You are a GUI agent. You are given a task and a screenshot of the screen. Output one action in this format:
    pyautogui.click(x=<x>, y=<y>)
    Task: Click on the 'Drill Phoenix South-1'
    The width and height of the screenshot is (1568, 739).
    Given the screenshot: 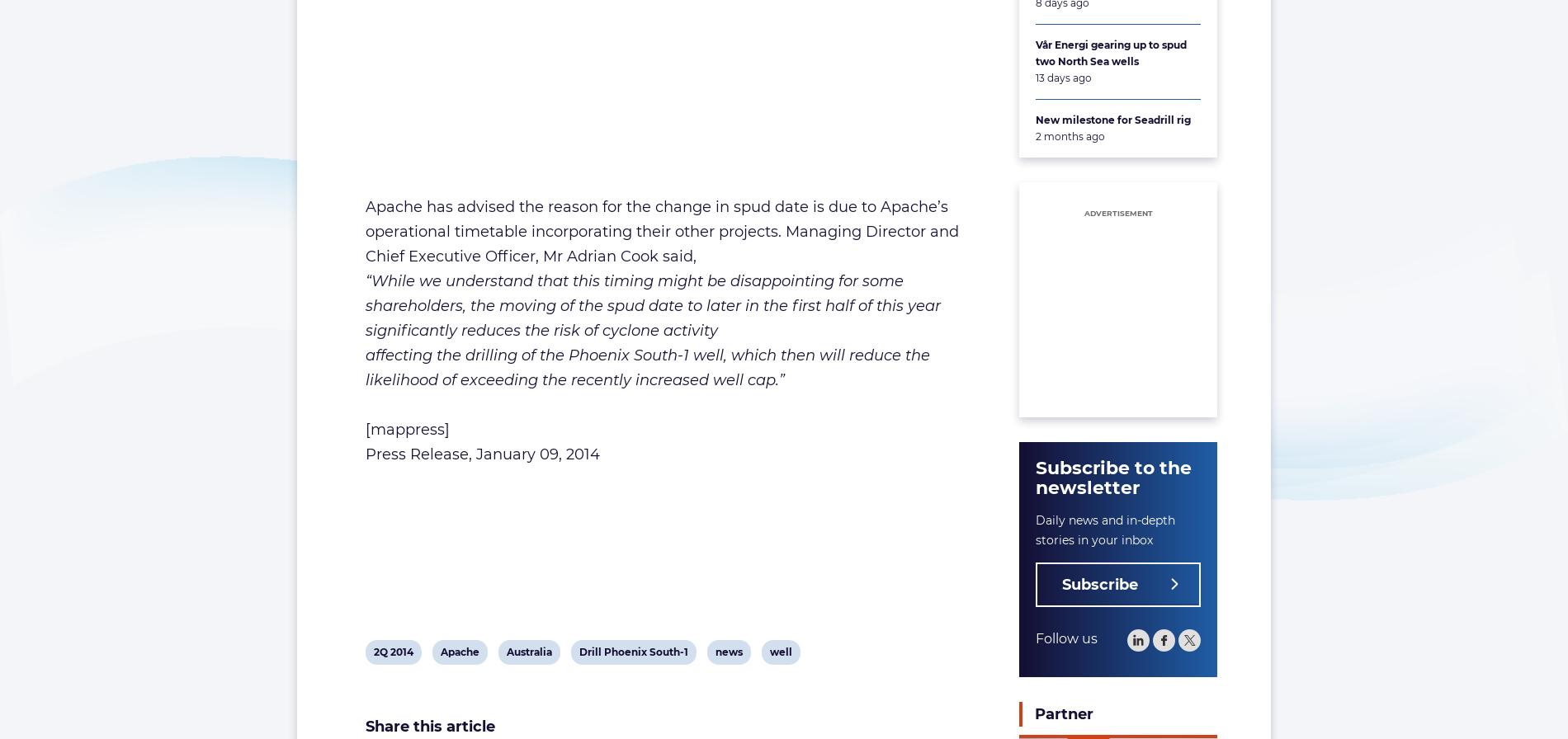 What is the action you would take?
    pyautogui.click(x=632, y=651)
    